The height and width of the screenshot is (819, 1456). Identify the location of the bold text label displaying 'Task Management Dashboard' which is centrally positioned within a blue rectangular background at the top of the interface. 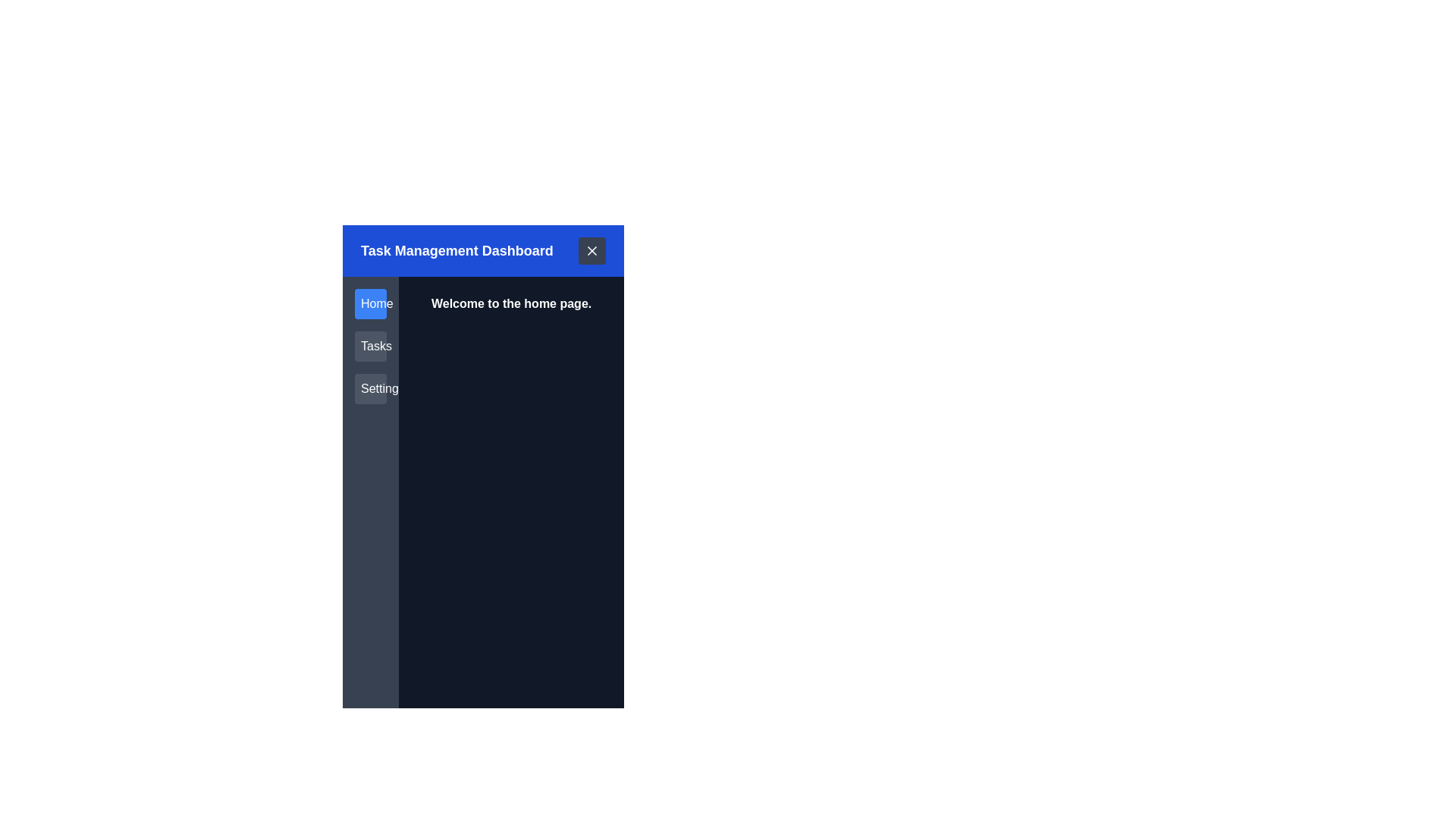
(456, 250).